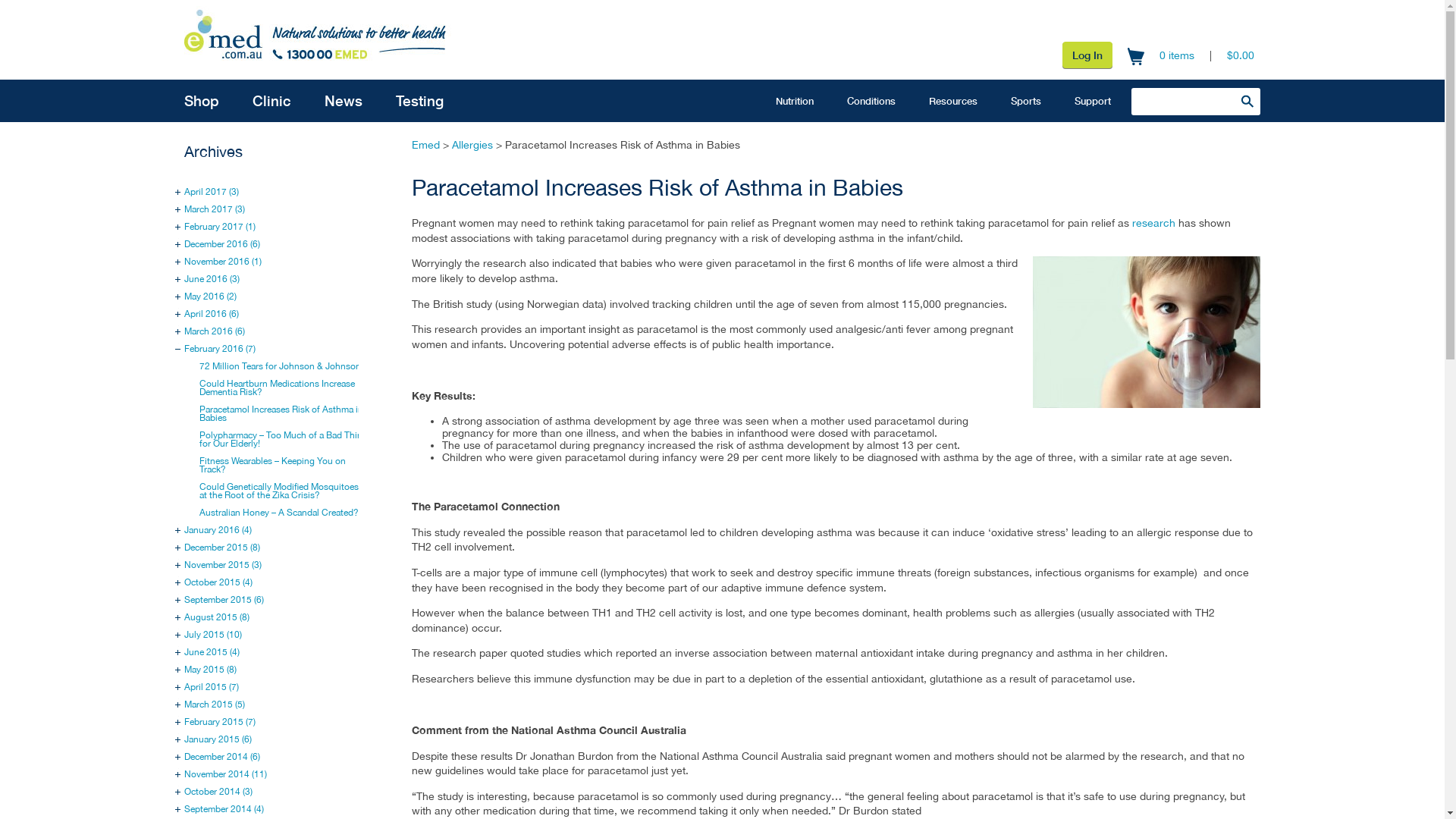  I want to click on 'February 2016 (7)', so click(184, 348).